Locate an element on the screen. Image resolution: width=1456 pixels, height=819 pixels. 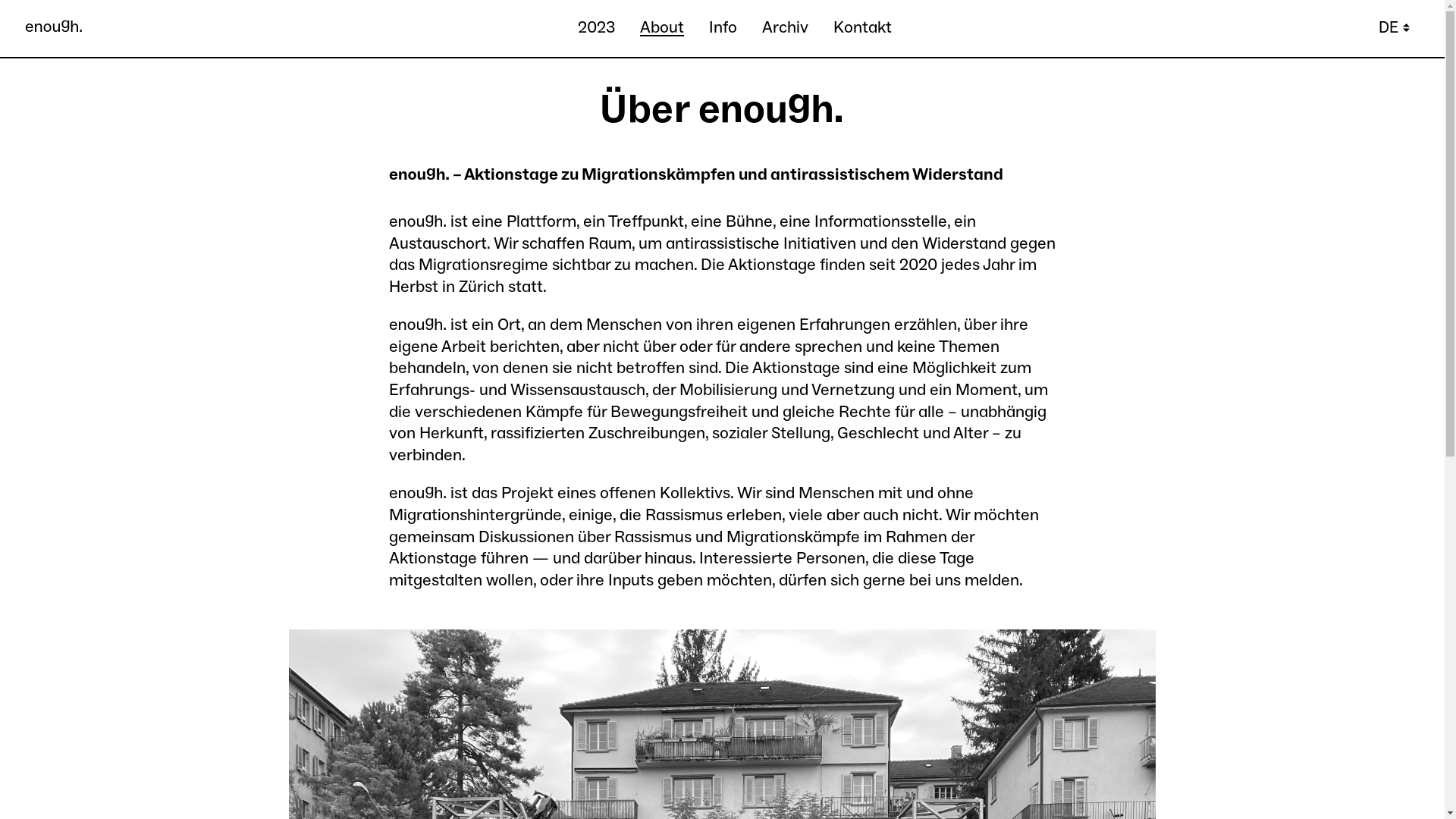
'enough.' is located at coordinates (54, 27).